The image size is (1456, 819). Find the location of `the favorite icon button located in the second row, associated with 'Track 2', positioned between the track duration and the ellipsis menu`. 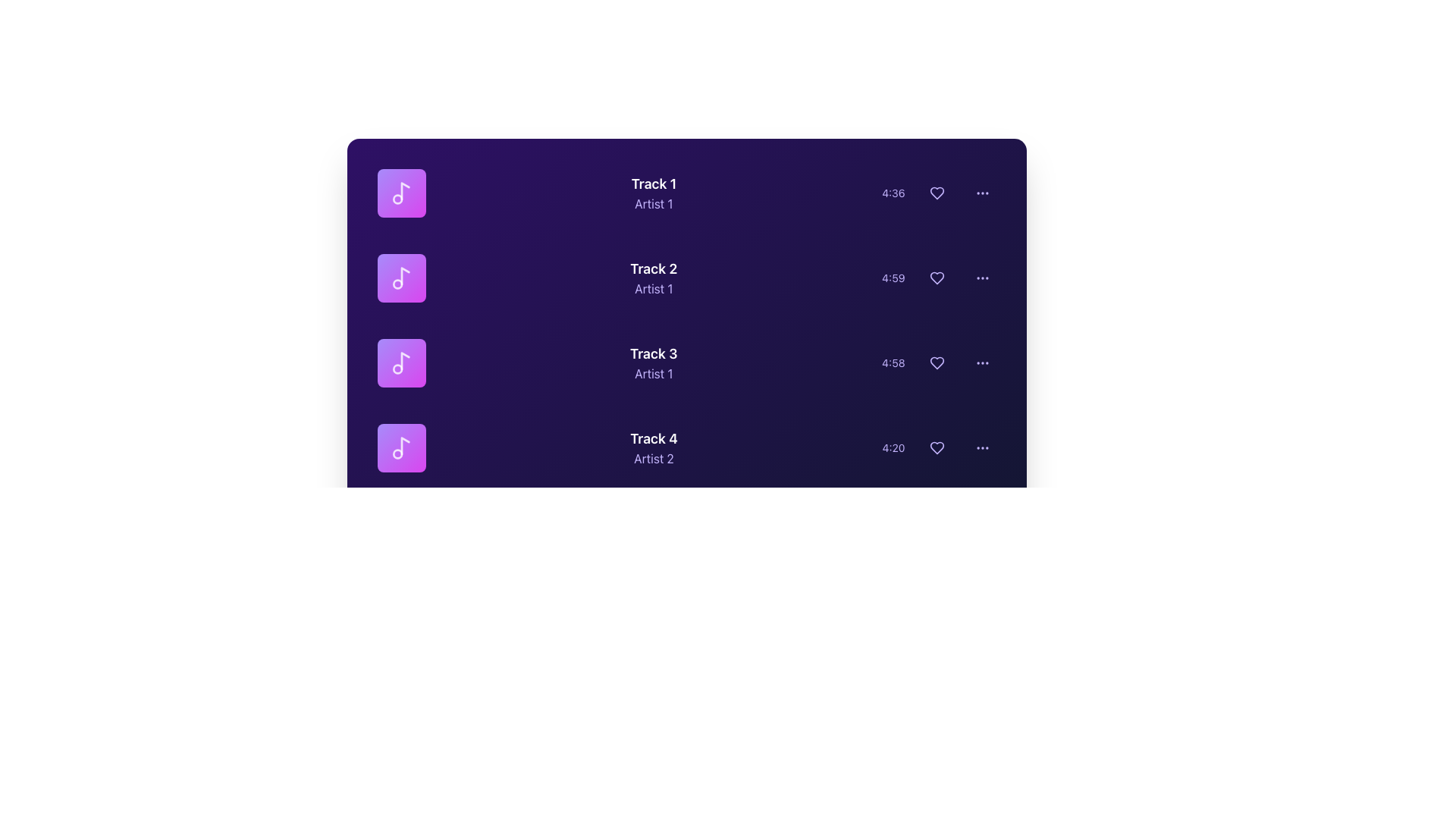

the favorite icon button located in the second row, associated with 'Track 2', positioned between the track duration and the ellipsis menu is located at coordinates (936, 278).